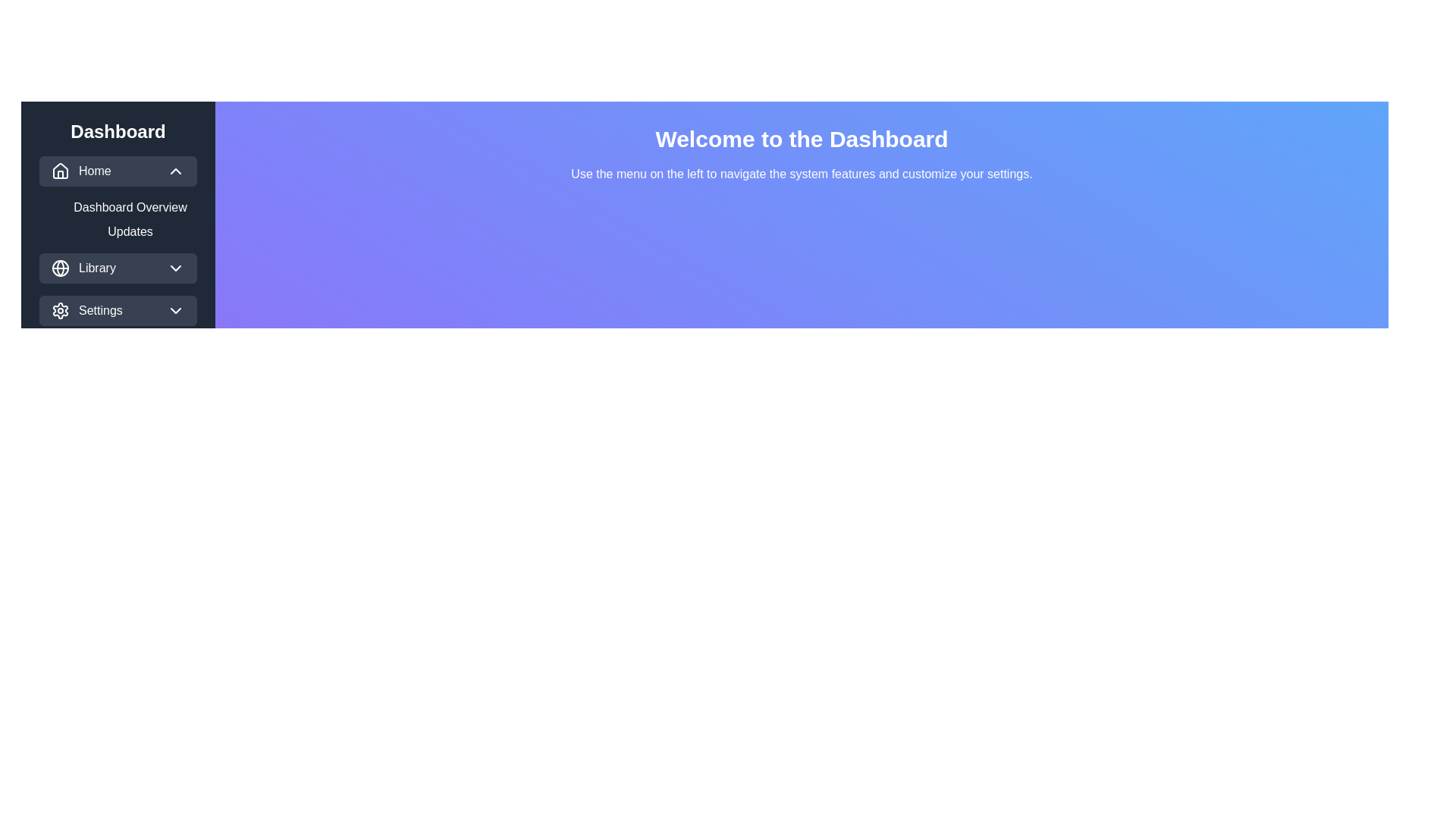 Image resolution: width=1456 pixels, height=819 pixels. What do you see at coordinates (175, 268) in the screenshot?
I see `the downward chevron icon next to the 'Library' menu item in the sidebar navigation panel` at bounding box center [175, 268].